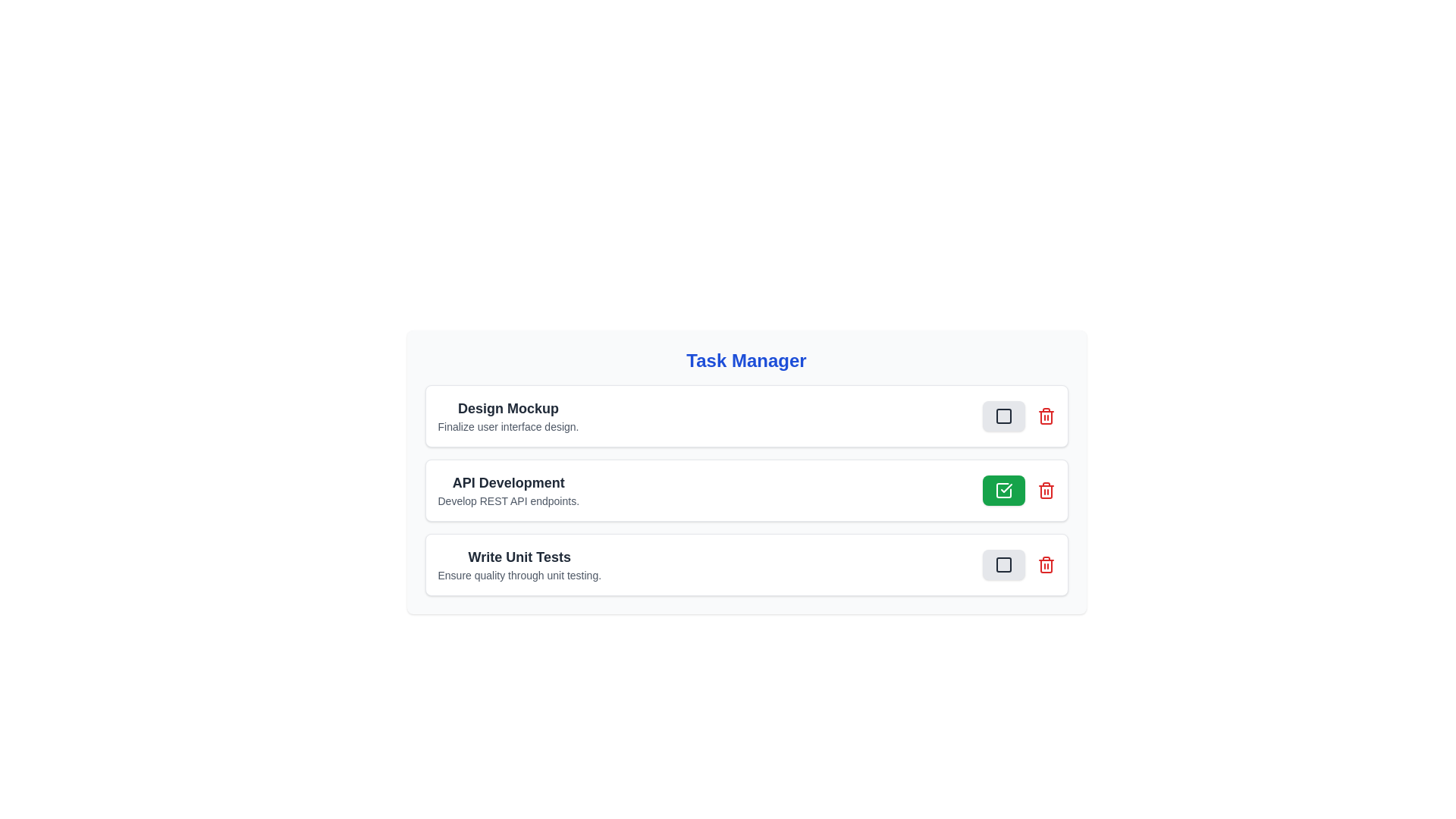  I want to click on the delete button located to the right of the checkbox for the task labeled 'Write Unit Tests', so click(1045, 564).